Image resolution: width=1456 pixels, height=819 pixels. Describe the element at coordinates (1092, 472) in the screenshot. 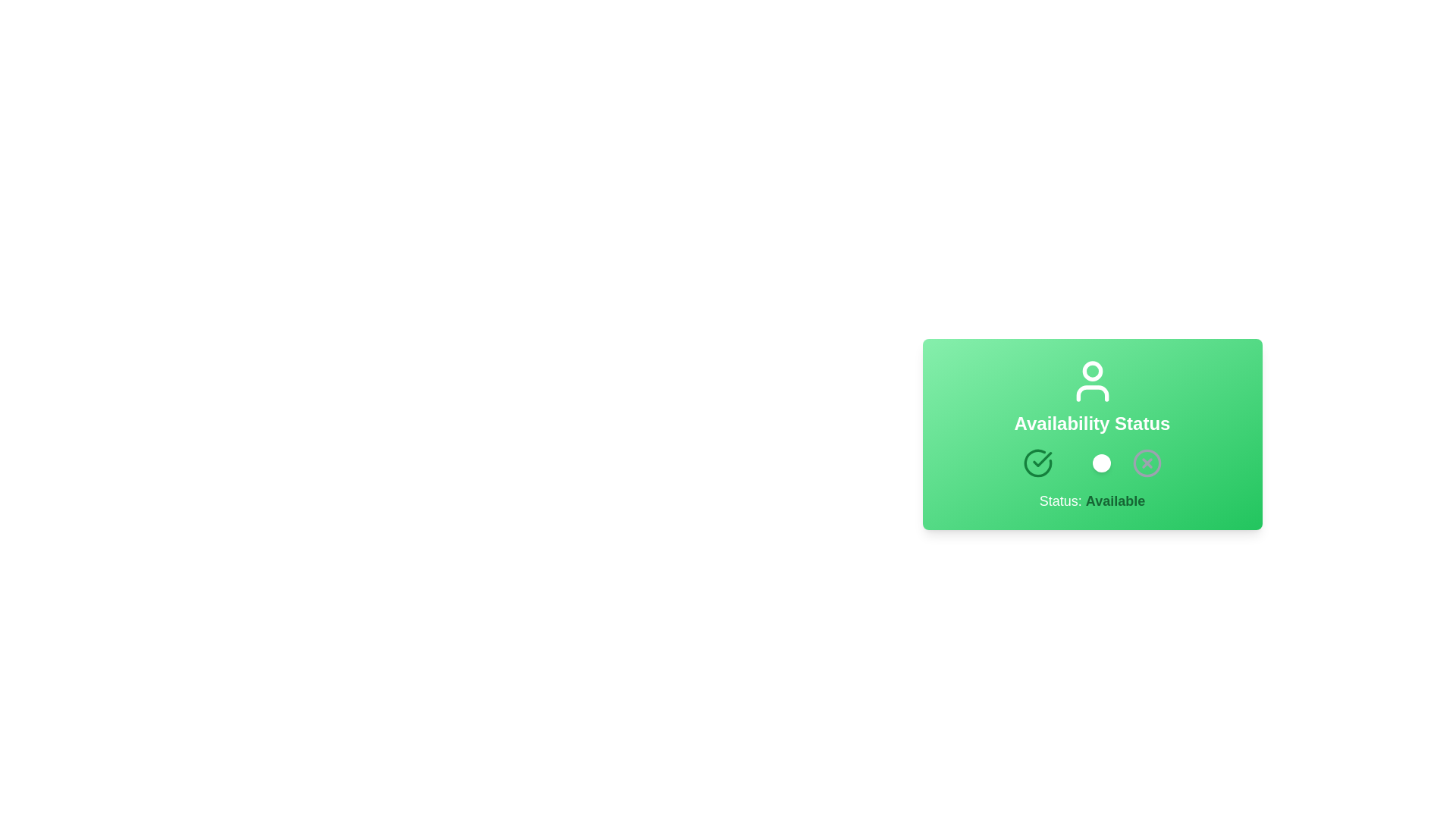

I see `the toggle switch within the status card` at that location.